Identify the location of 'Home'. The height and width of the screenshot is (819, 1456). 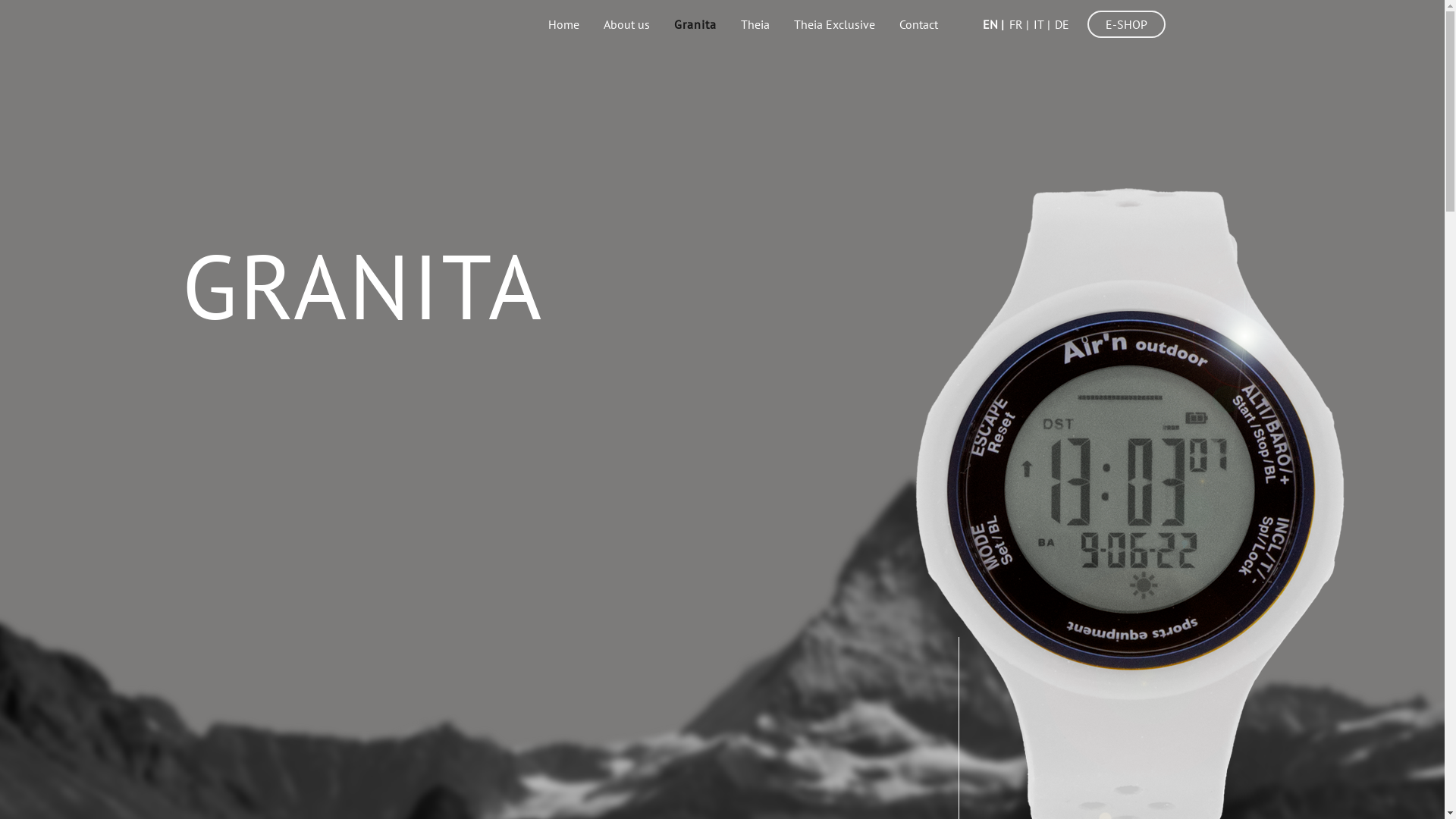
(563, 24).